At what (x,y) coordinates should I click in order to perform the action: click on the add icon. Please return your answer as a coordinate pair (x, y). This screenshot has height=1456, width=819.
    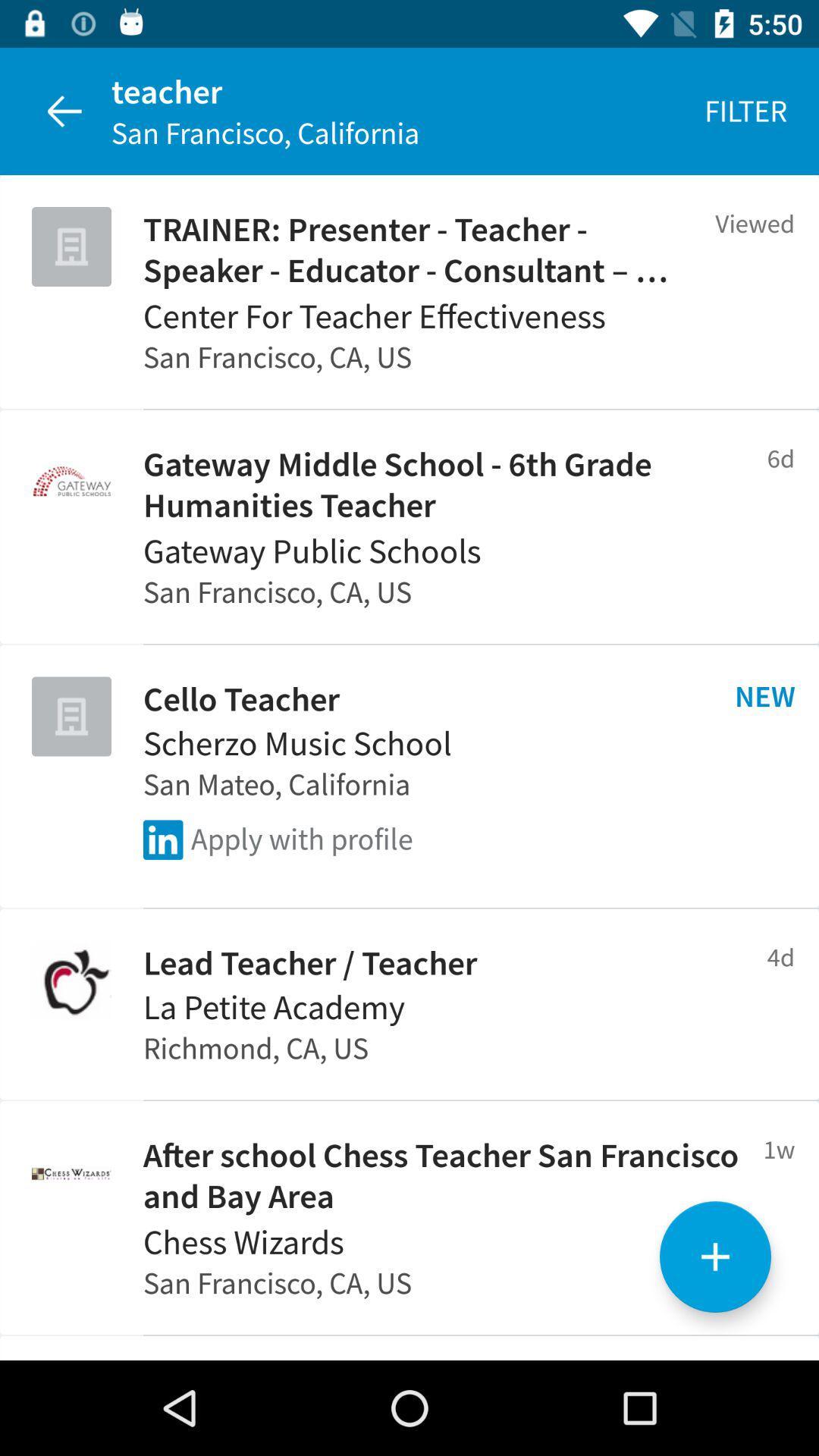
    Looking at the image, I should click on (715, 1257).